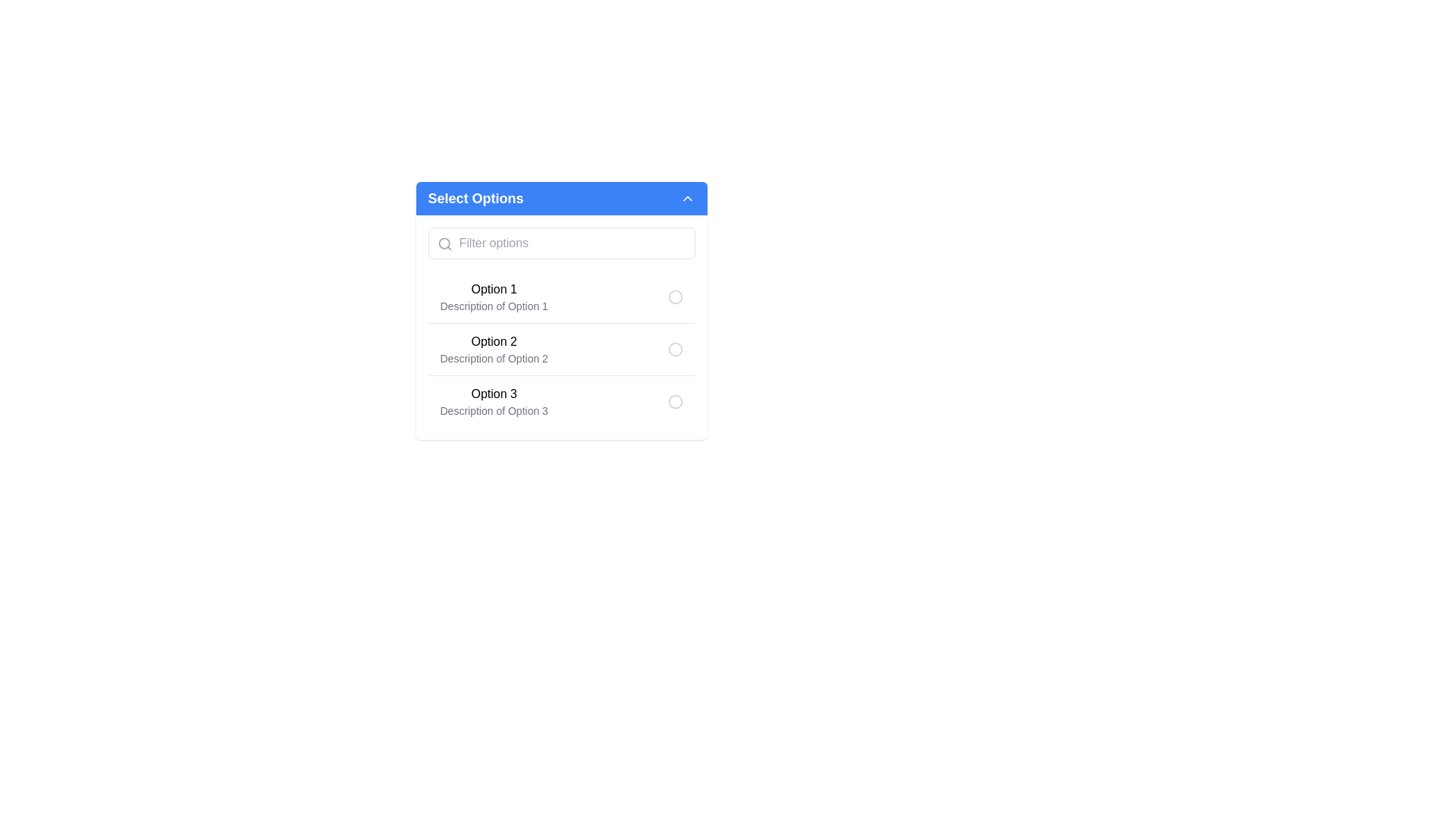 The image size is (1456, 819). Describe the element at coordinates (674, 350) in the screenshot. I see `the decorative icon for 'Option 2' in the dropdown list, located on the right side of the second row` at that location.